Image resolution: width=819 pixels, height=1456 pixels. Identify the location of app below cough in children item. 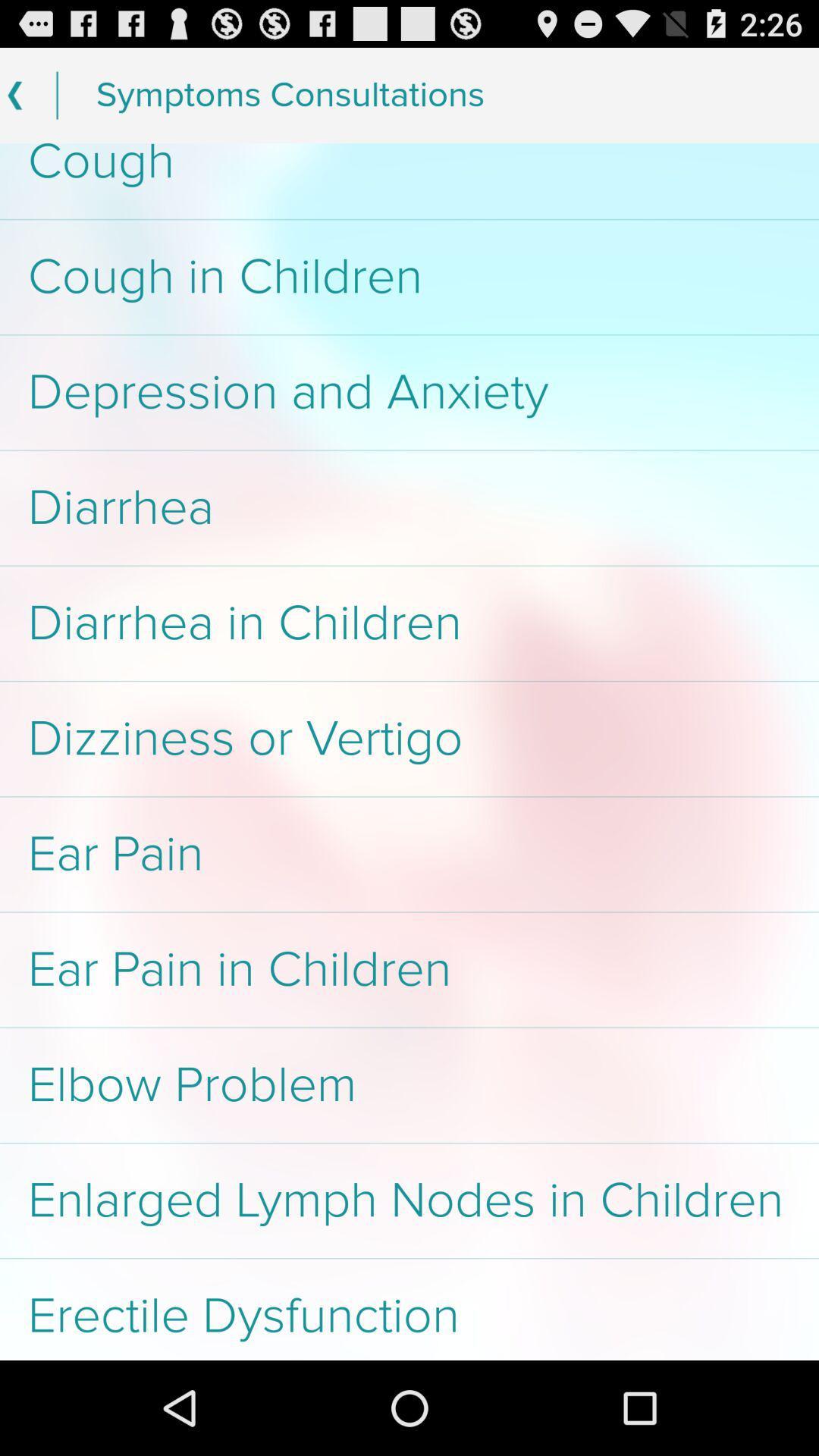
(409, 392).